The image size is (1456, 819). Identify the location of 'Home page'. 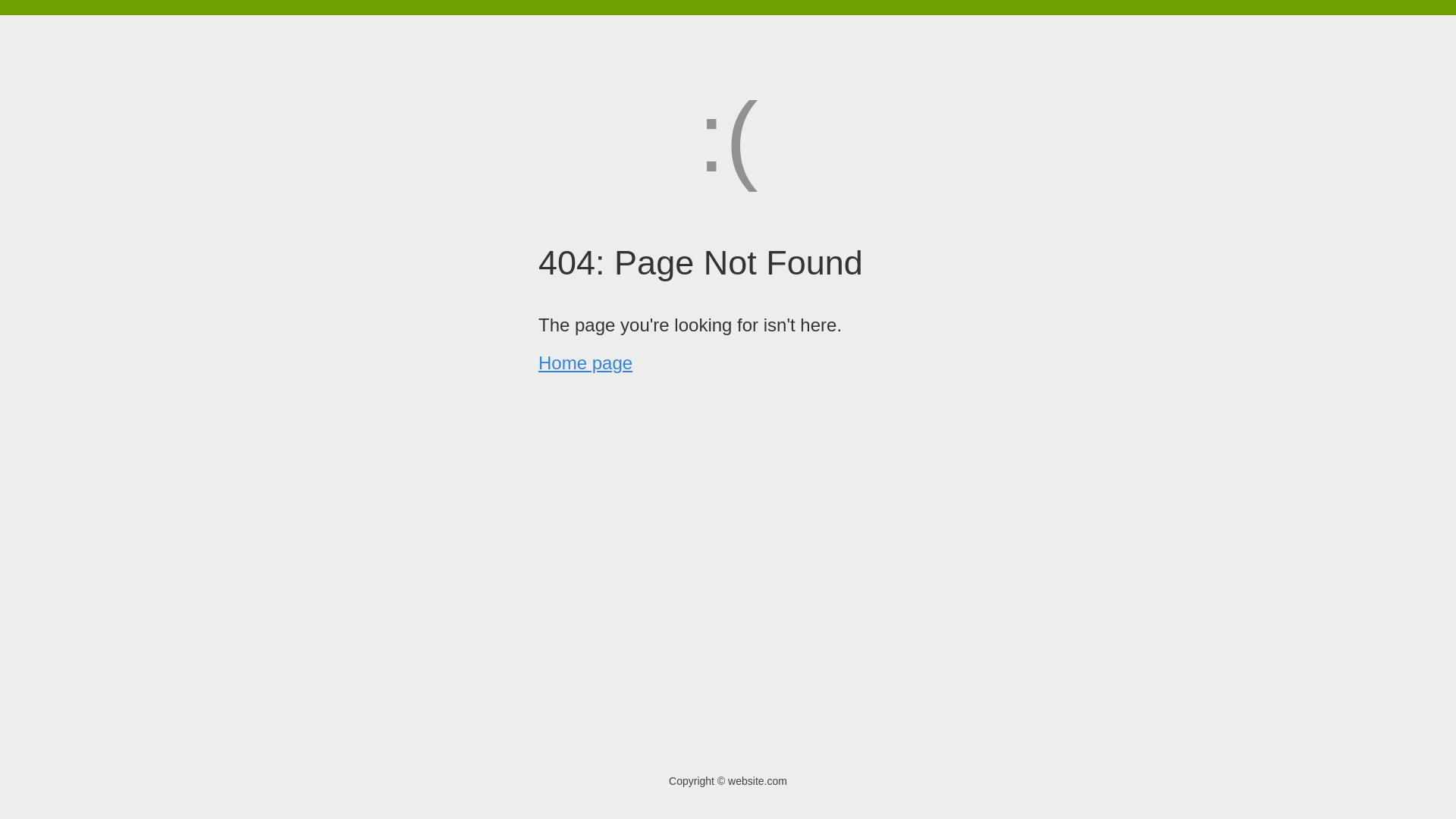
(585, 362).